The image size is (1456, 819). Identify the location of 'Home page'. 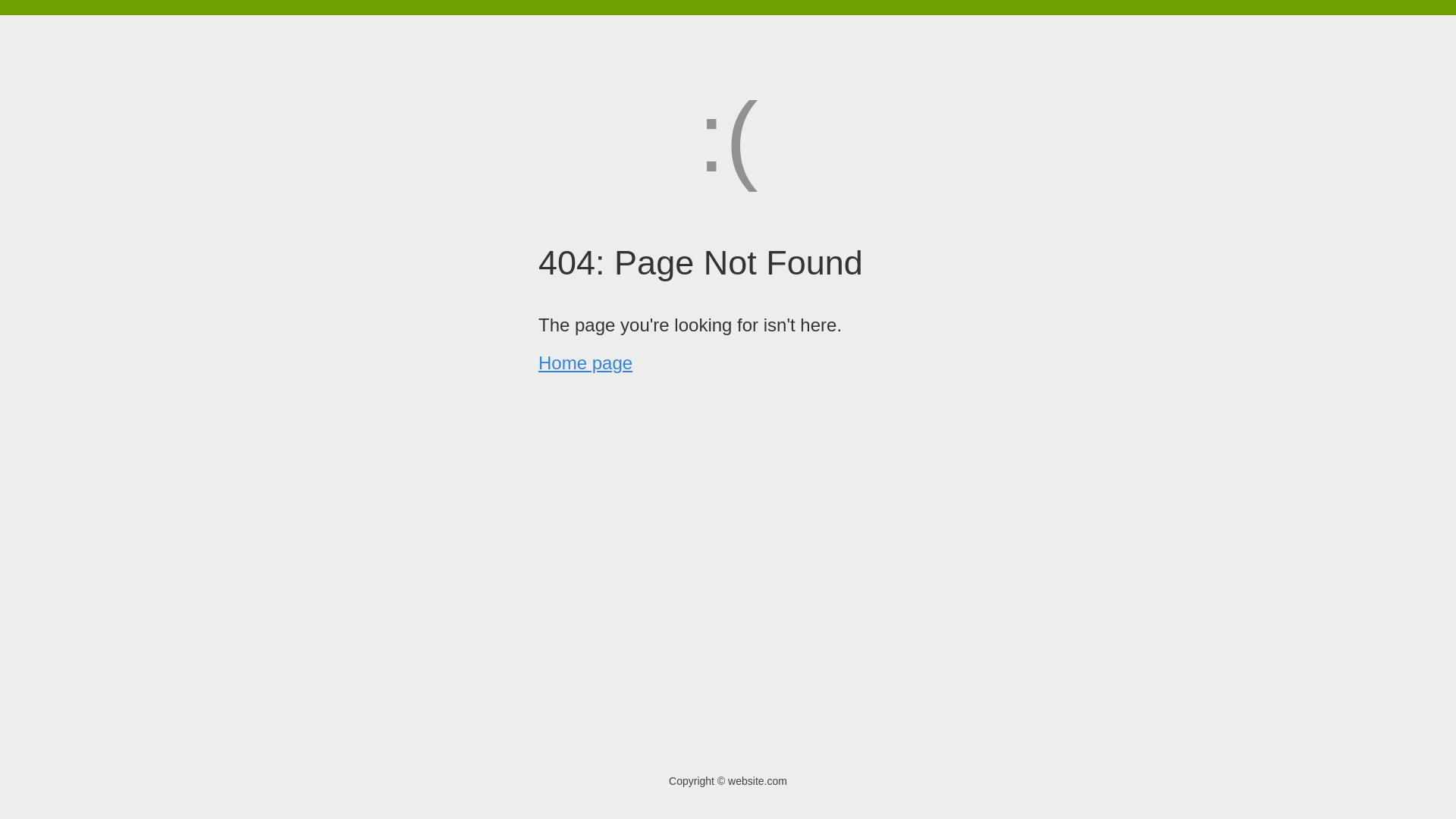
(585, 362).